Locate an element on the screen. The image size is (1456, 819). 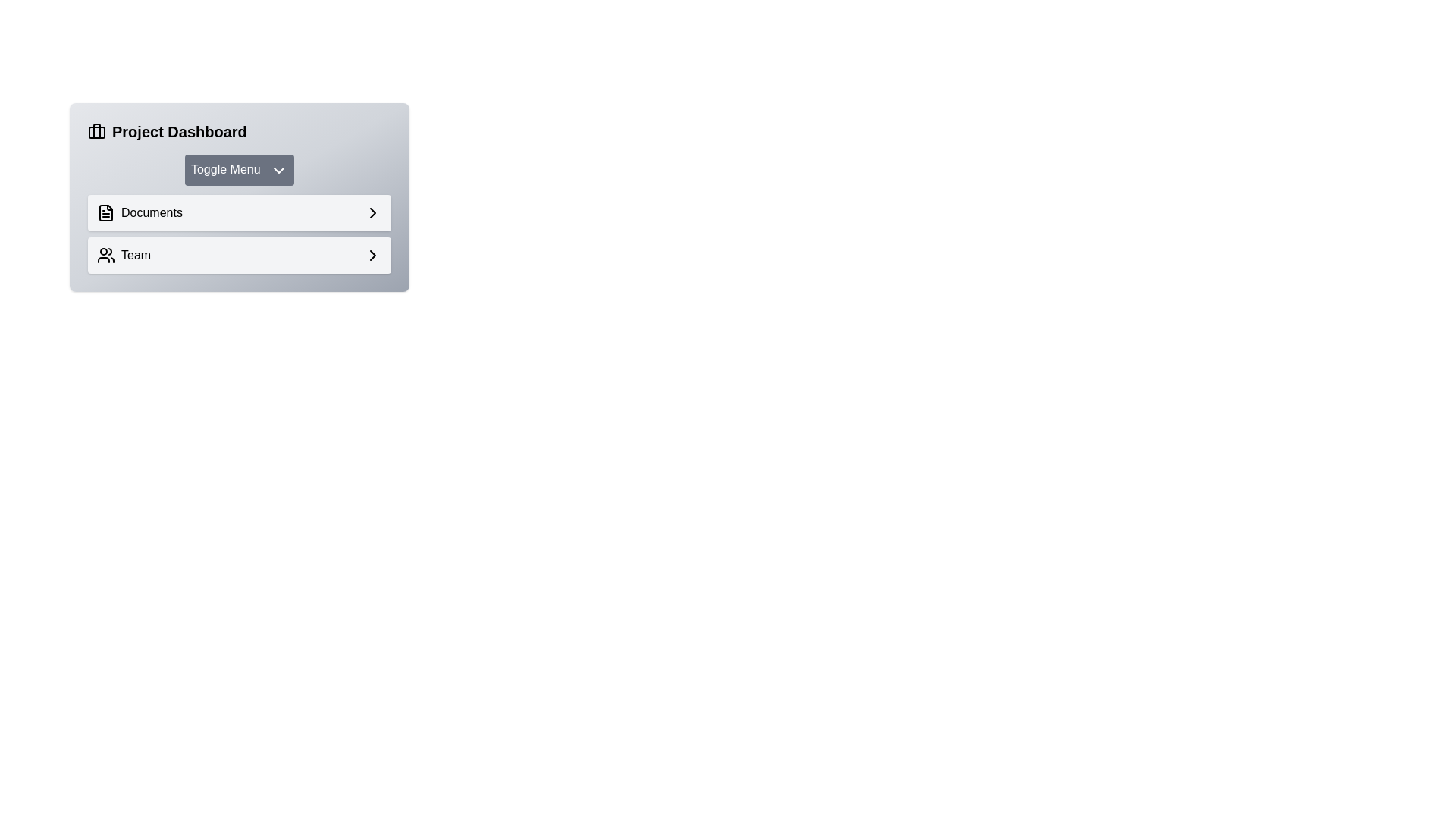
the 'Team' navigation link located below the 'Documents' item in the 'Project Dashboard' is located at coordinates (124, 254).